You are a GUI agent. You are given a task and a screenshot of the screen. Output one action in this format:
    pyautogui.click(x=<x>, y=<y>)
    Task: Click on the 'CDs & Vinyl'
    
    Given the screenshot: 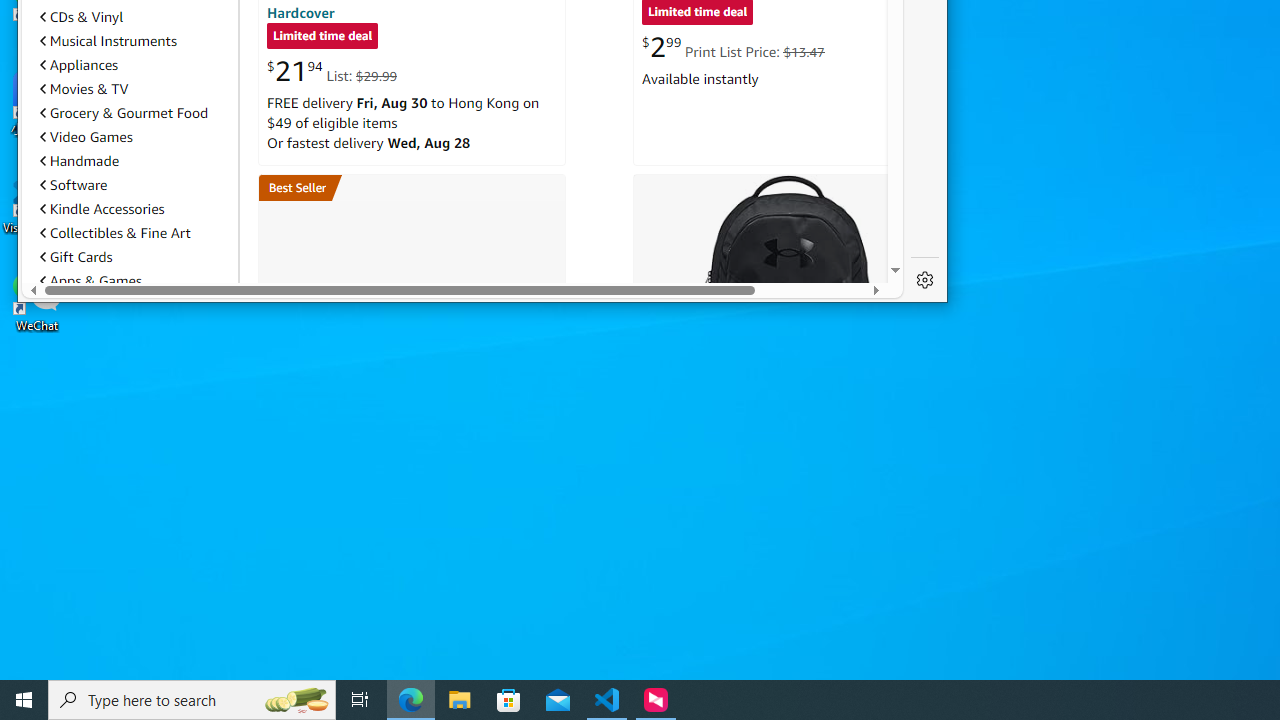 What is the action you would take?
    pyautogui.click(x=80, y=16)
    